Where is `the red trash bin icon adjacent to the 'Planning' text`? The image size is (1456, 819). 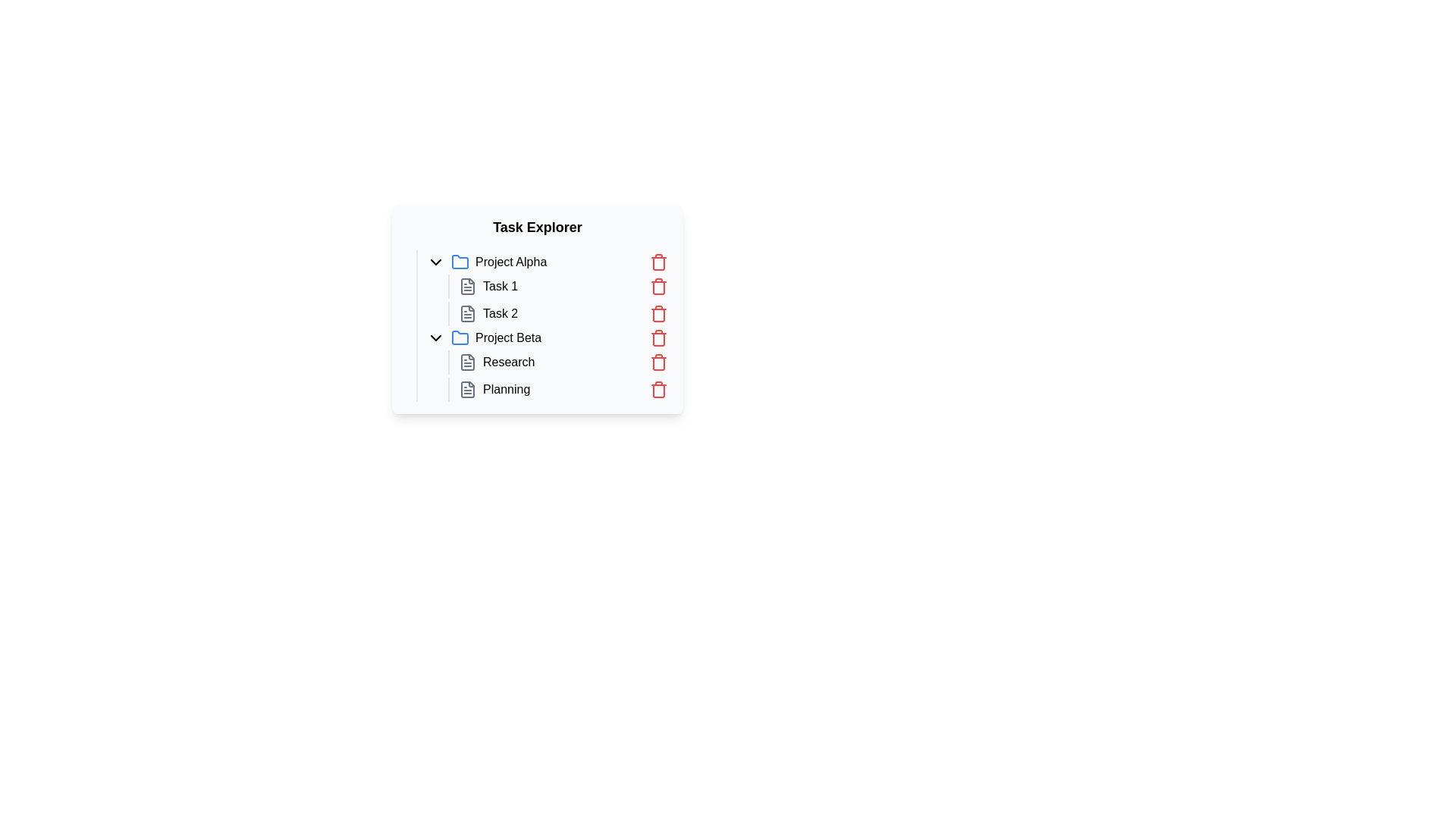 the red trash bin icon adjacent to the 'Planning' text is located at coordinates (658, 388).